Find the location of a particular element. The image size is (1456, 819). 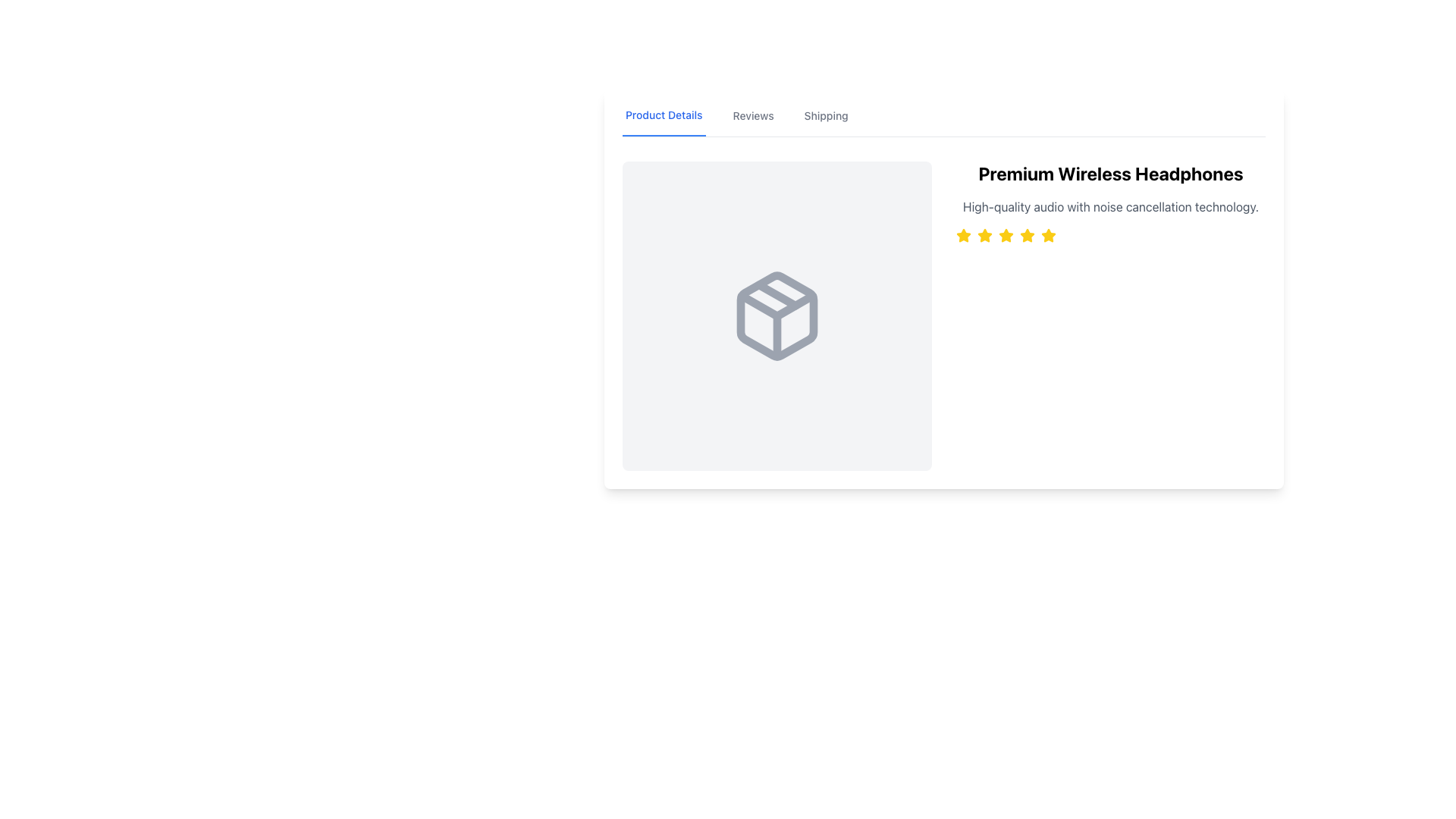

the 'Shipping' text label in the navigation bar to change its color to a darker shade of gray is located at coordinates (825, 121).